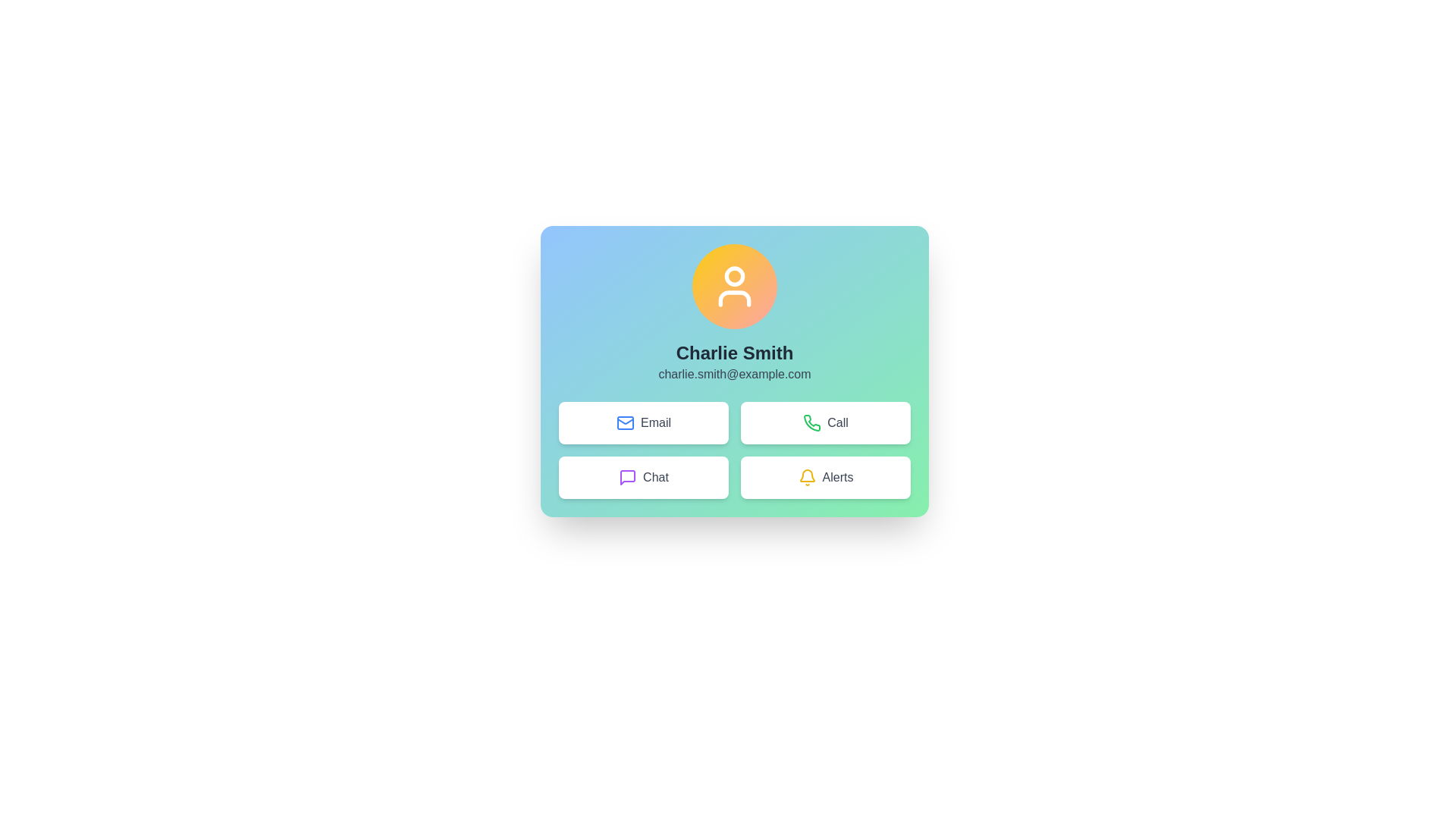 The width and height of the screenshot is (1456, 819). Describe the element at coordinates (811, 422) in the screenshot. I see `the call icon located in the top right corner of the 'Call' button` at that location.